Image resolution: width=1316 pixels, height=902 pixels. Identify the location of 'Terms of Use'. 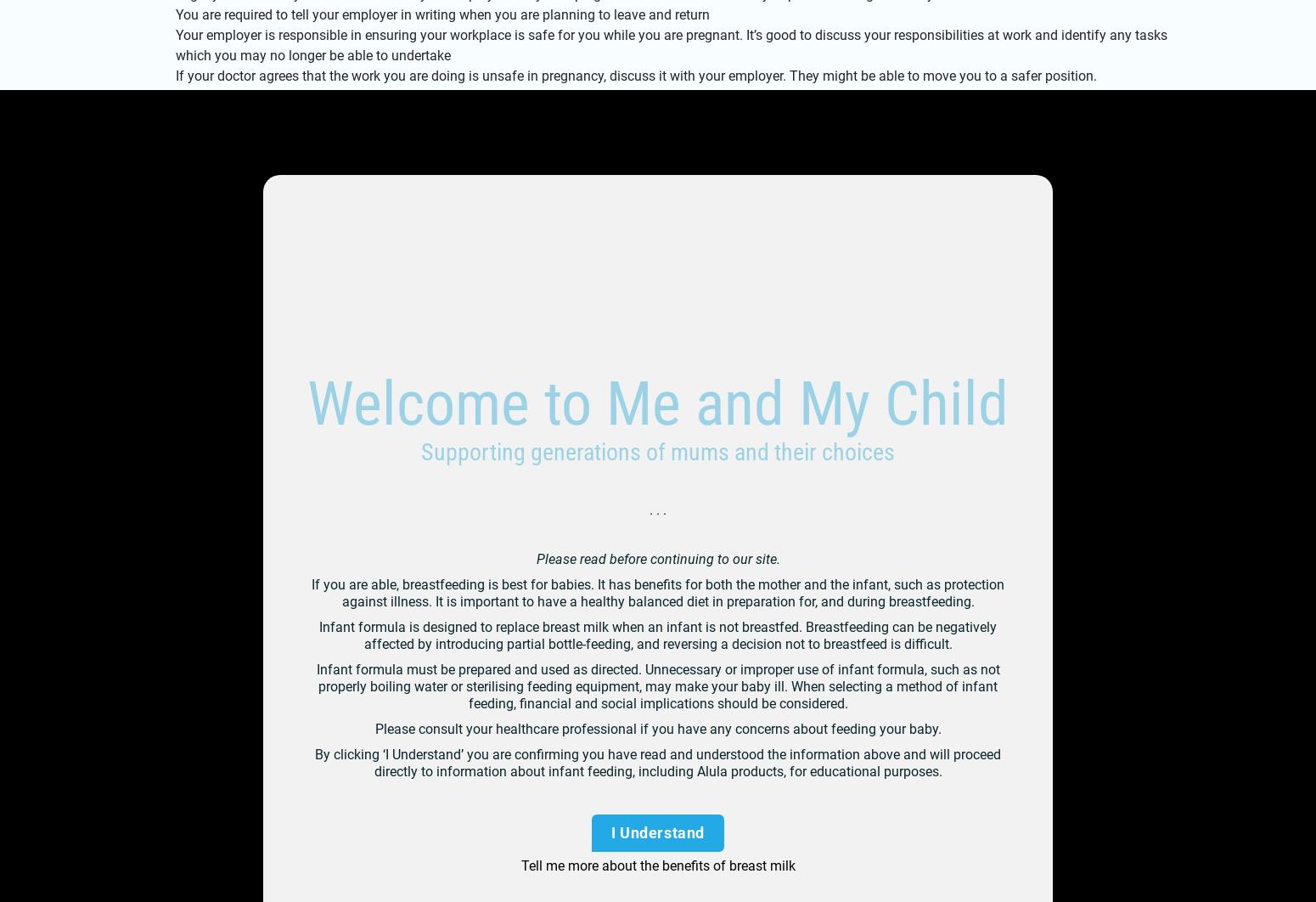
(453, 586).